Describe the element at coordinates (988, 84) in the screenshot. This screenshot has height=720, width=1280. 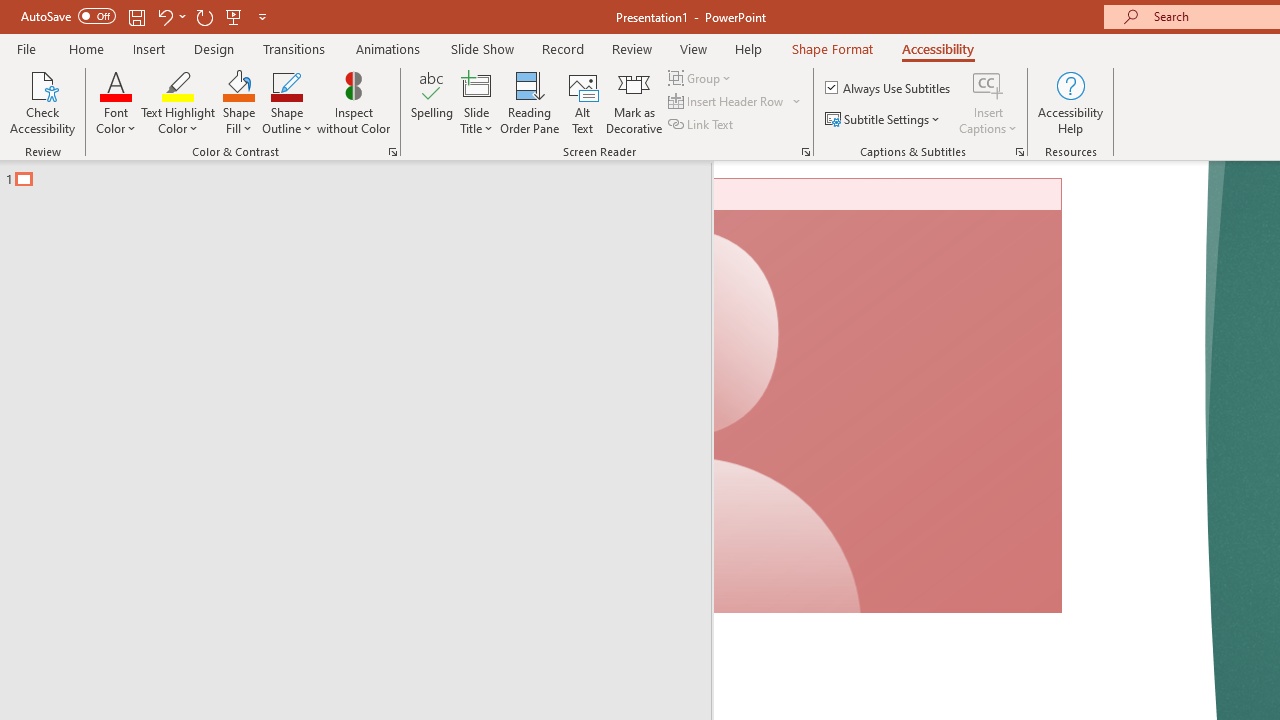
I see `'Insert Captions'` at that location.